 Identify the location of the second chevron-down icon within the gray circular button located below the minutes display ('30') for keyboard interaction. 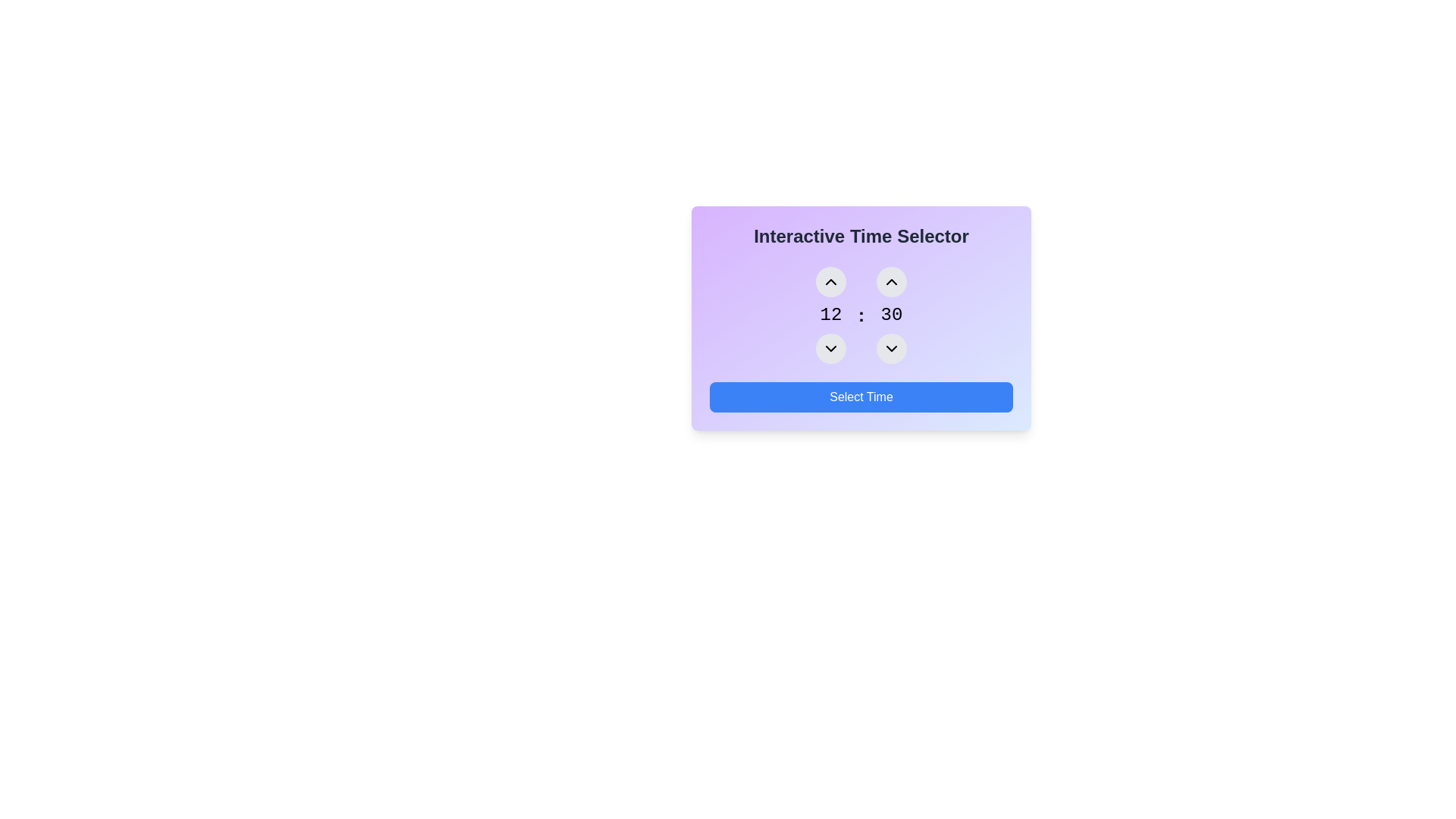
(892, 348).